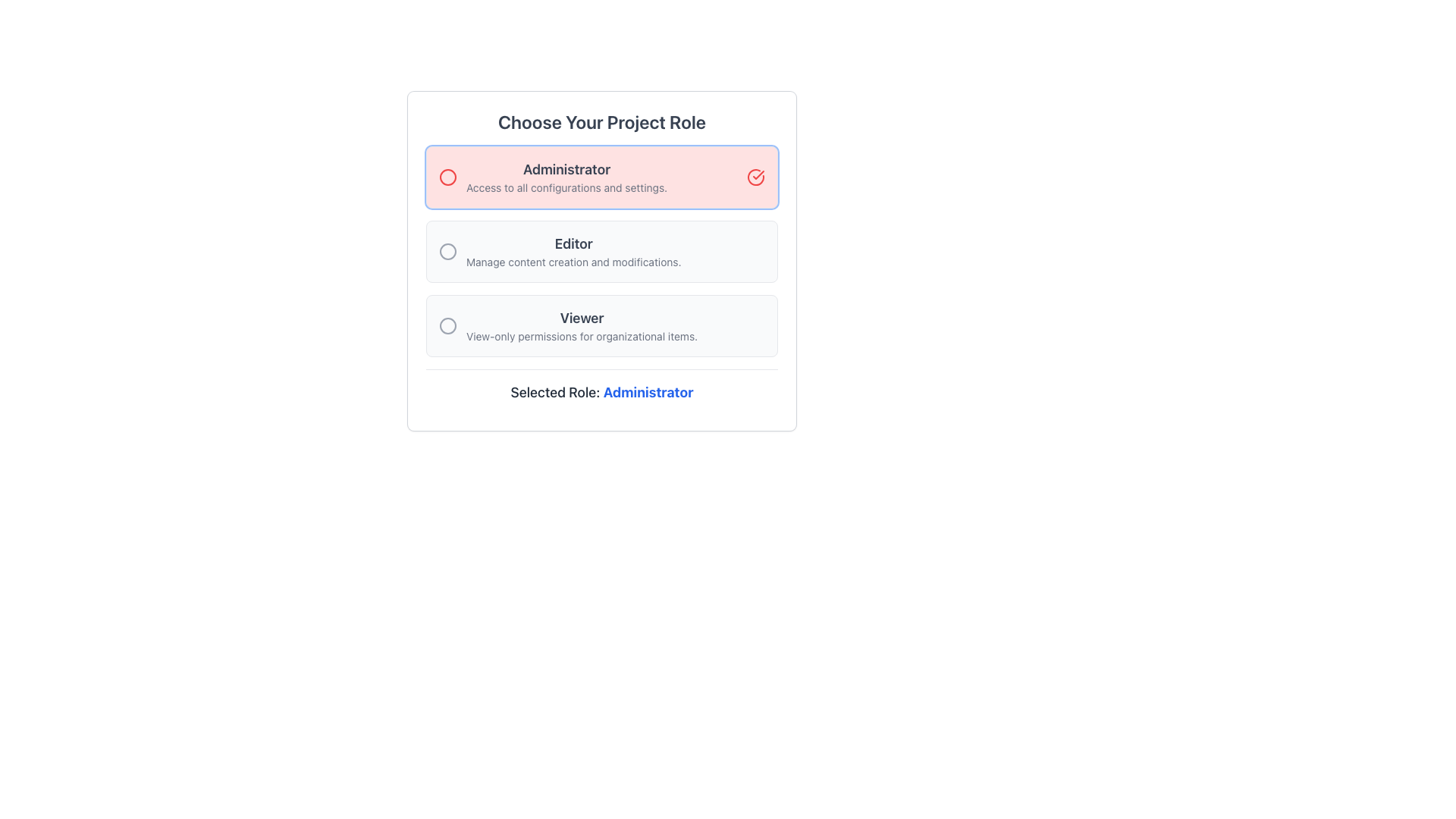  What do you see at coordinates (756, 177) in the screenshot?
I see `the icon that serves as a visual indicator for the selection of the 'Administrator' role, located in the upper right of the highlighted 'Administrator' selection area` at bounding box center [756, 177].